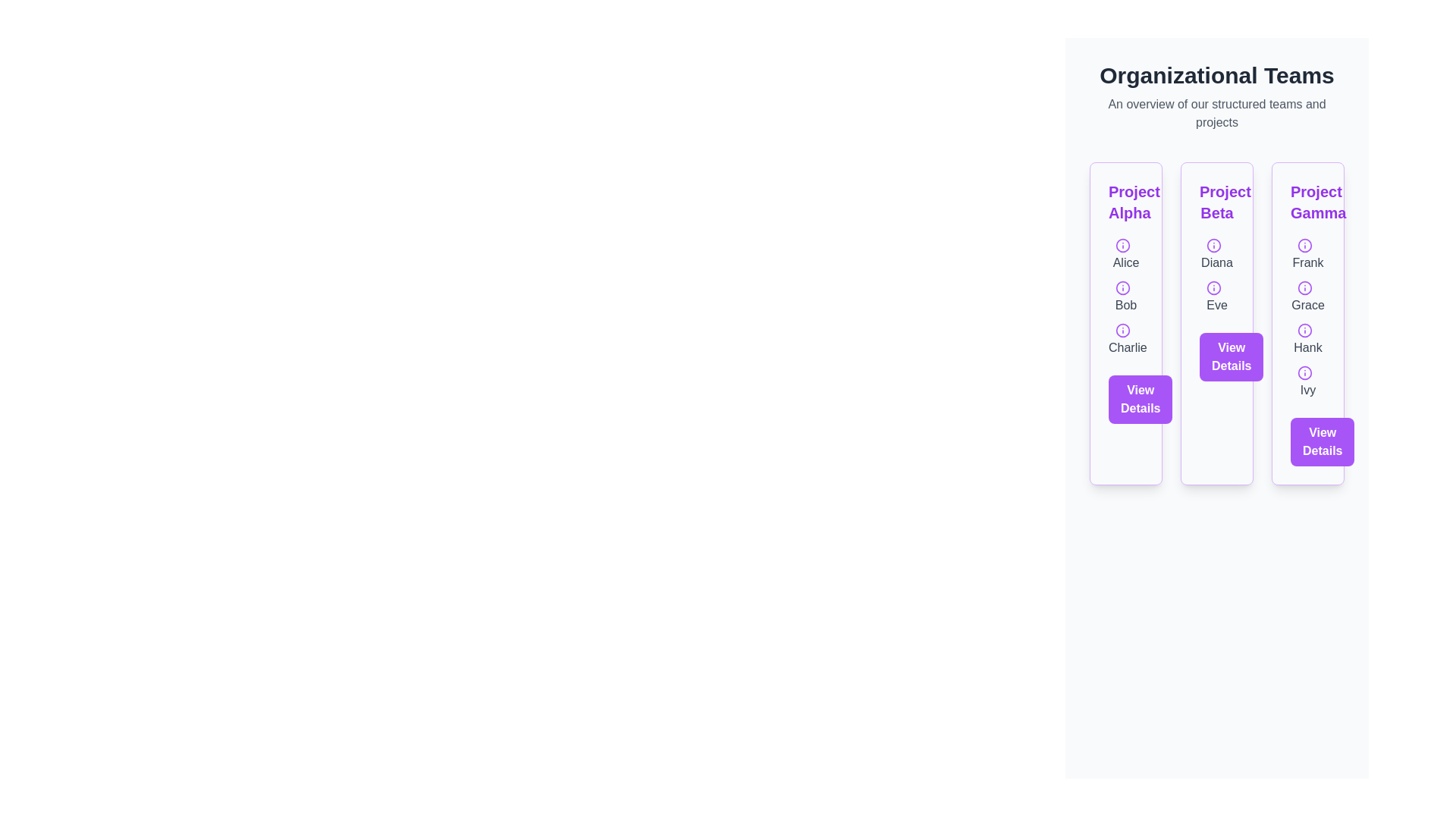 This screenshot has width=1456, height=819. I want to click on the text label displaying the name 'Alice' in gray, located underneath the informational icon in the 'Project Alpha' column, so click(1125, 253).